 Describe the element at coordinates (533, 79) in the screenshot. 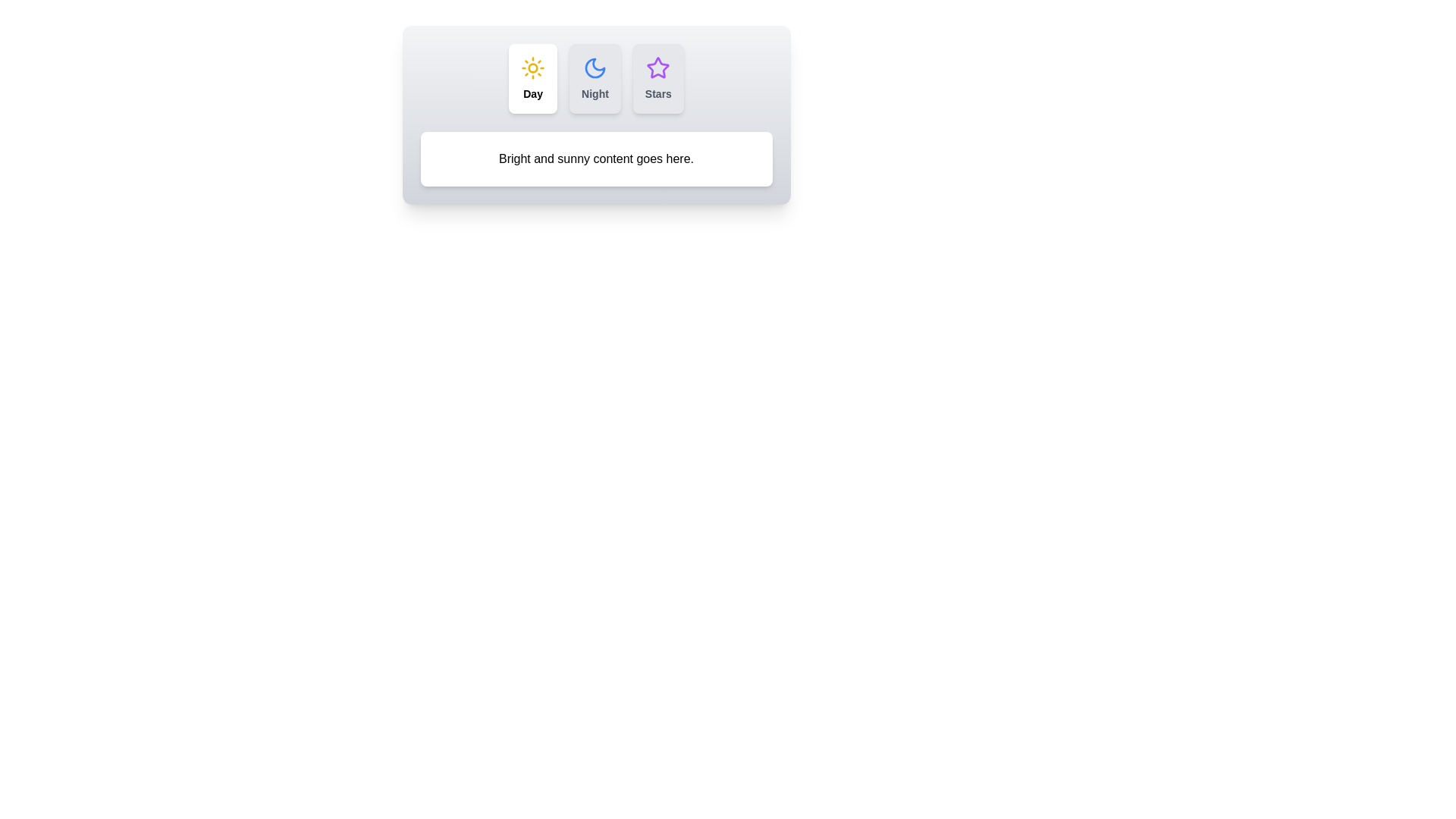

I see `the tab labeled Day to switch its content` at that location.